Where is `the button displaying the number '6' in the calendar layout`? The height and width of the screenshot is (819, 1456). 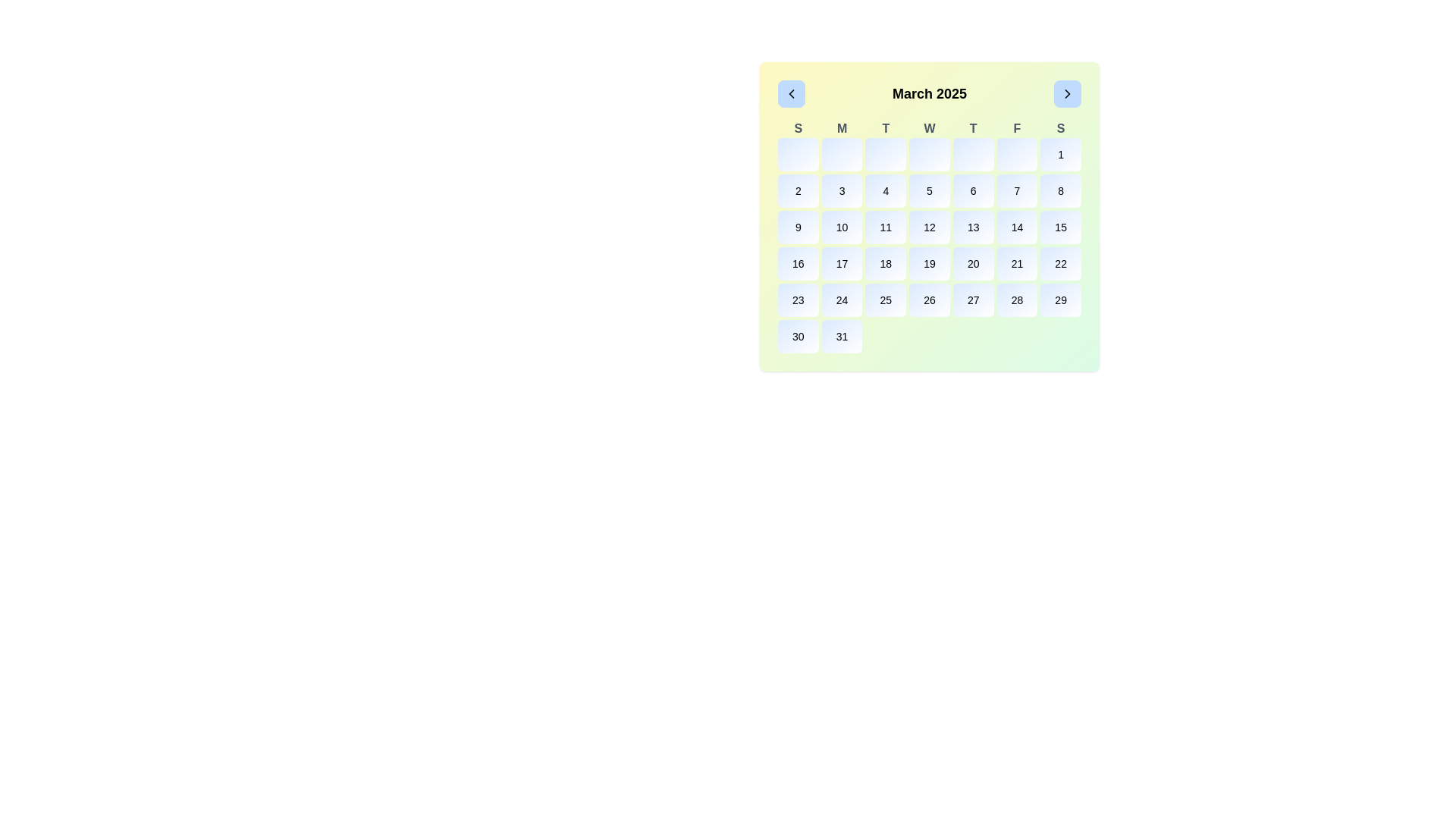
the button displaying the number '6' in the calendar layout is located at coordinates (973, 190).